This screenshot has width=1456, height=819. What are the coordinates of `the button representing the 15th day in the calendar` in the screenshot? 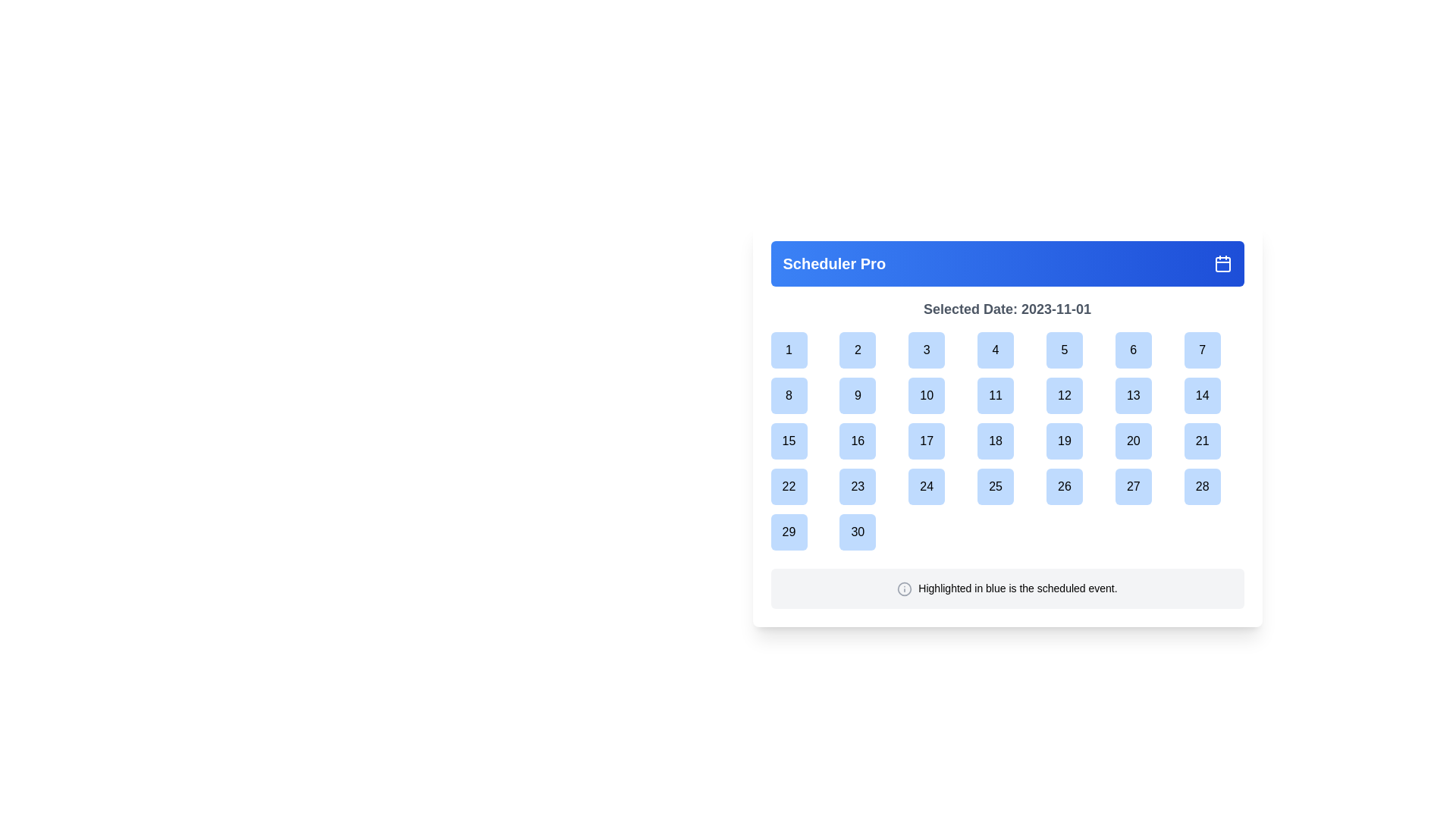 It's located at (789, 441).